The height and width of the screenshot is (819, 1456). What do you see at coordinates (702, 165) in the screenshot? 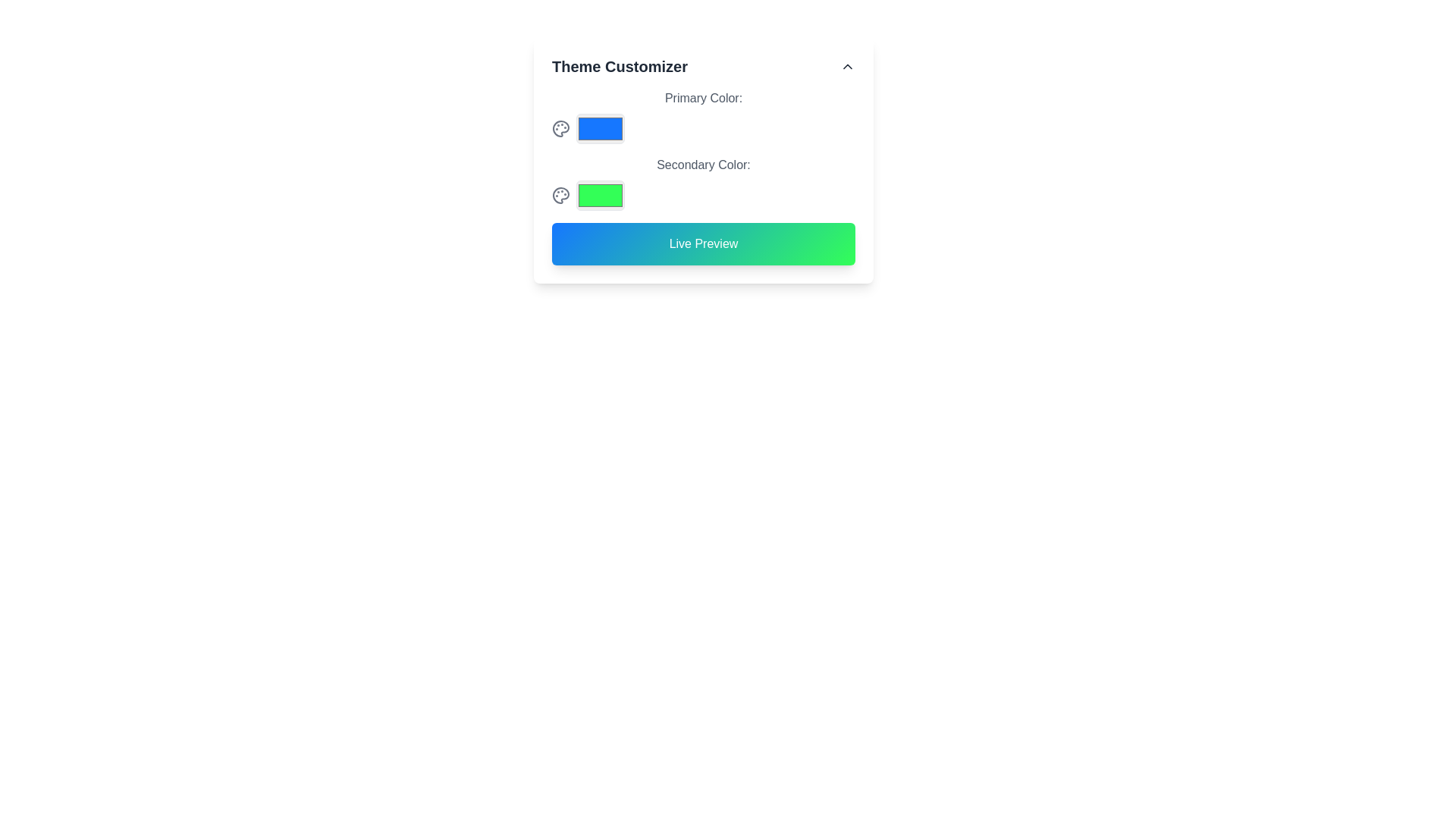
I see `the label indicating the secondary color input field, which is positioned beneath the 'Primary Color:' label` at bounding box center [702, 165].